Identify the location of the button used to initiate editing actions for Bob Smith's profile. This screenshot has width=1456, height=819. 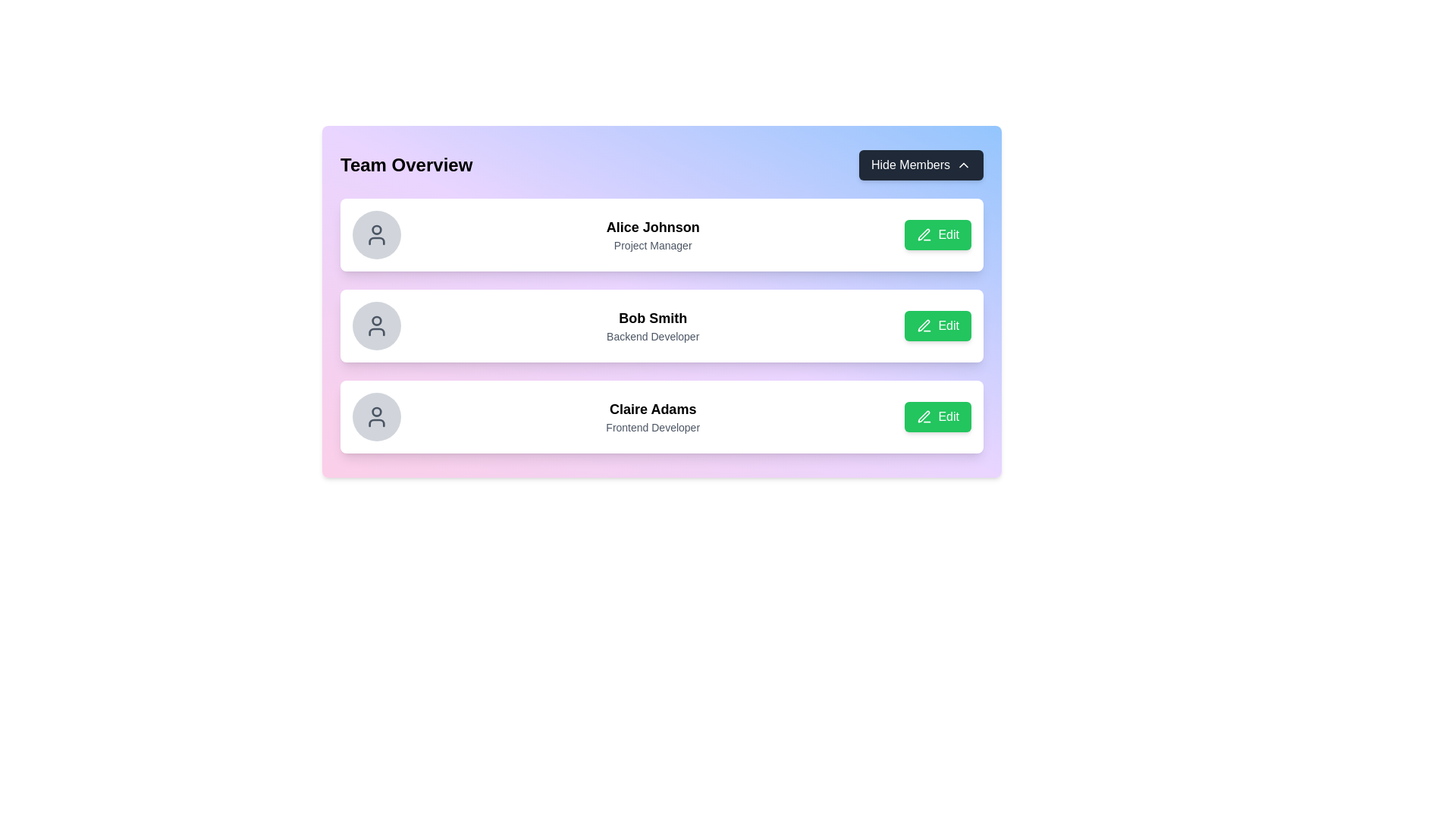
(937, 325).